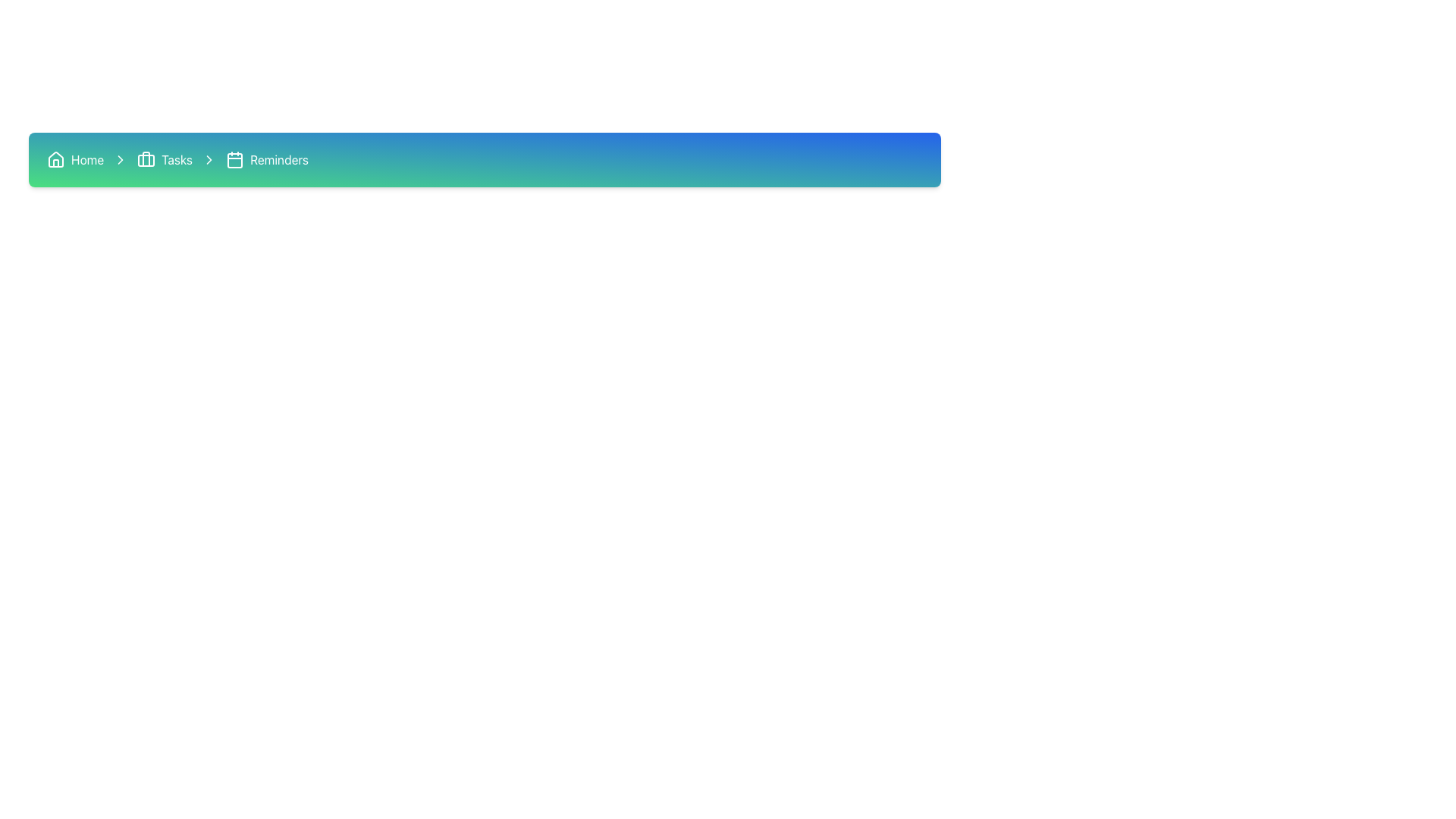  What do you see at coordinates (234, 160) in the screenshot?
I see `the 'Reminders' icon located in the horizontal navigation bar, which is the third icon after the 'Tasks' icon` at bounding box center [234, 160].